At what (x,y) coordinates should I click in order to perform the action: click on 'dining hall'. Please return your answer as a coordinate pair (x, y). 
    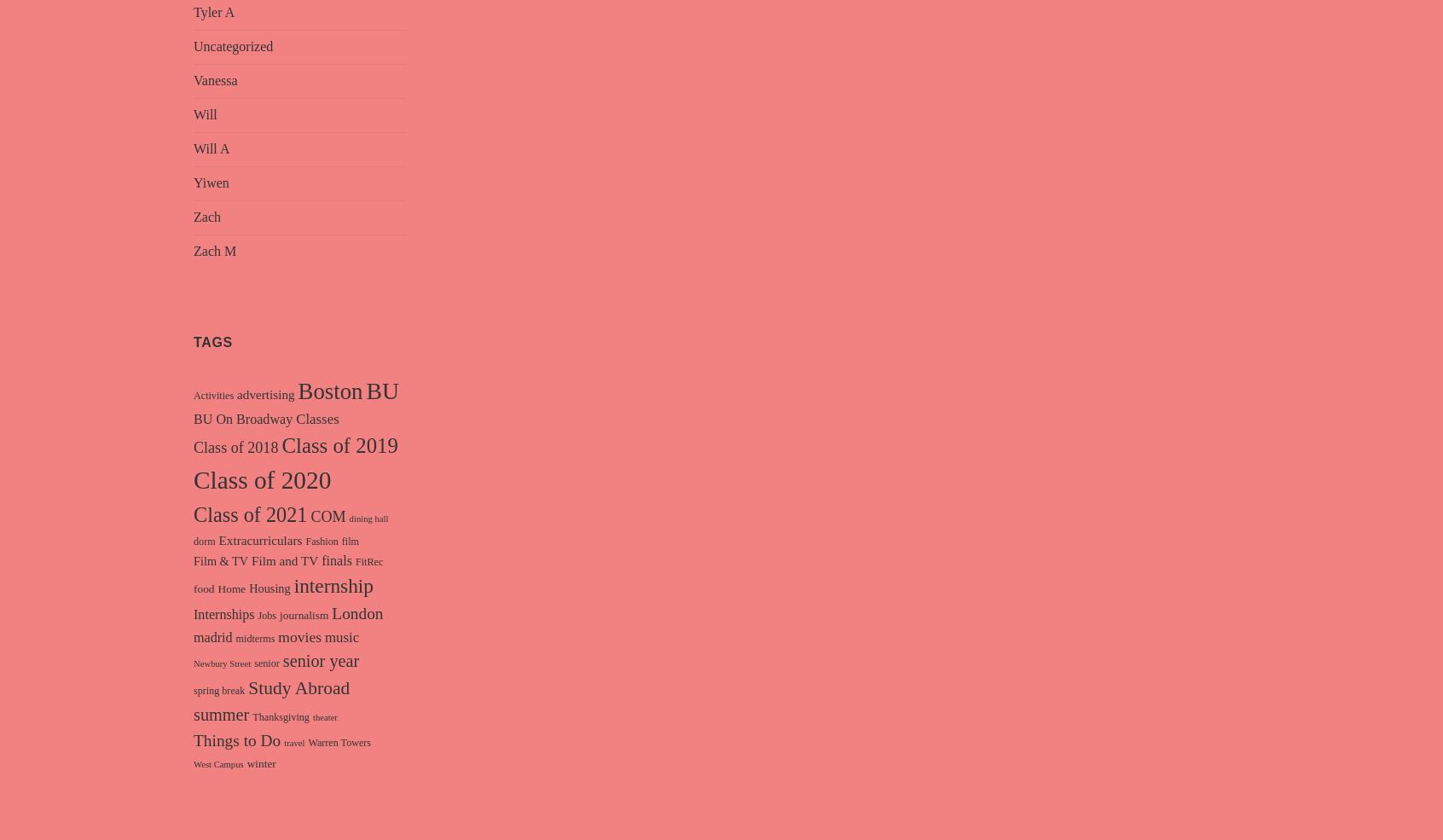
    Looking at the image, I should click on (367, 517).